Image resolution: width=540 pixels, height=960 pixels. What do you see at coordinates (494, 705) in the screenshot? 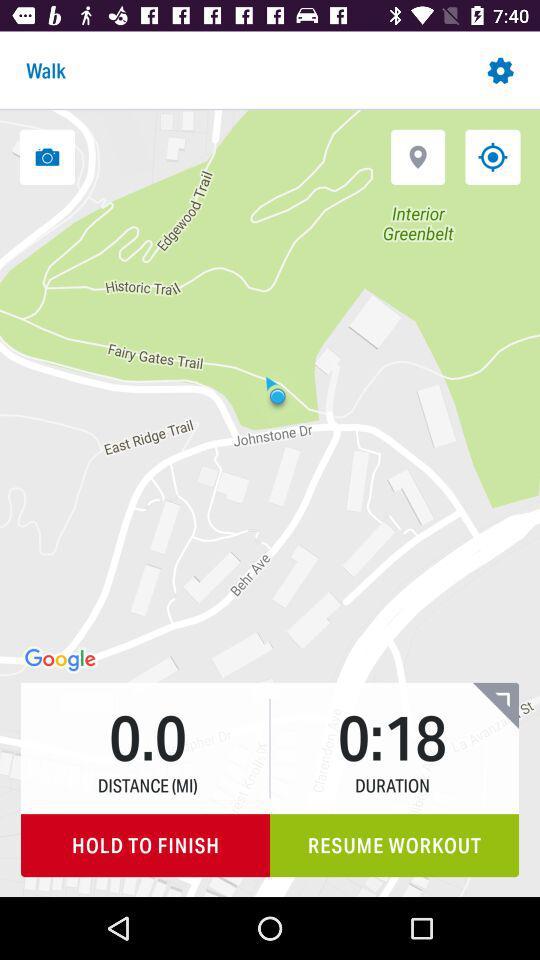
I see `icon above resume workout item` at bounding box center [494, 705].